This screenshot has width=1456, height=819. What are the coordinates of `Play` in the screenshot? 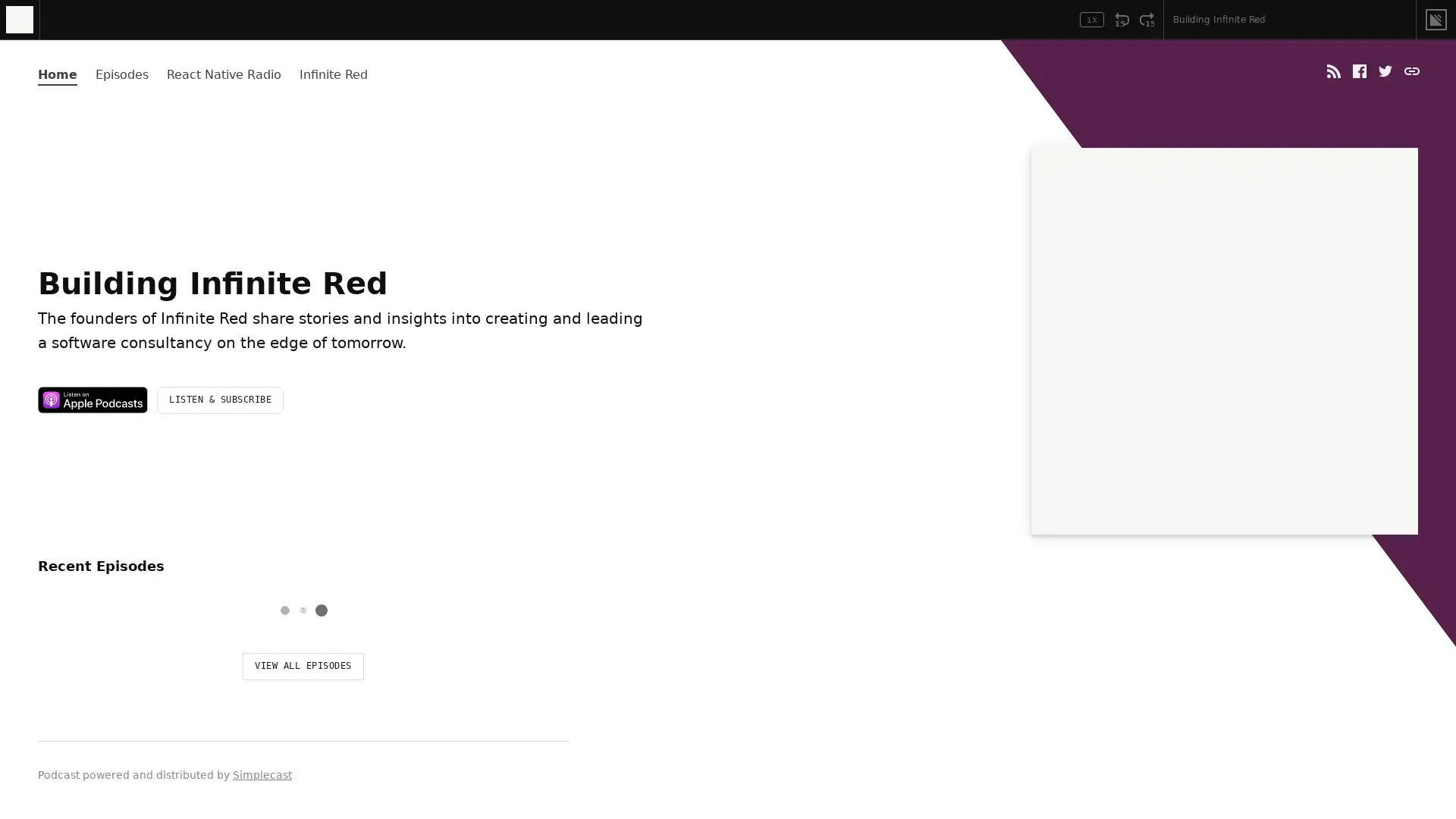 It's located at (55, 773).